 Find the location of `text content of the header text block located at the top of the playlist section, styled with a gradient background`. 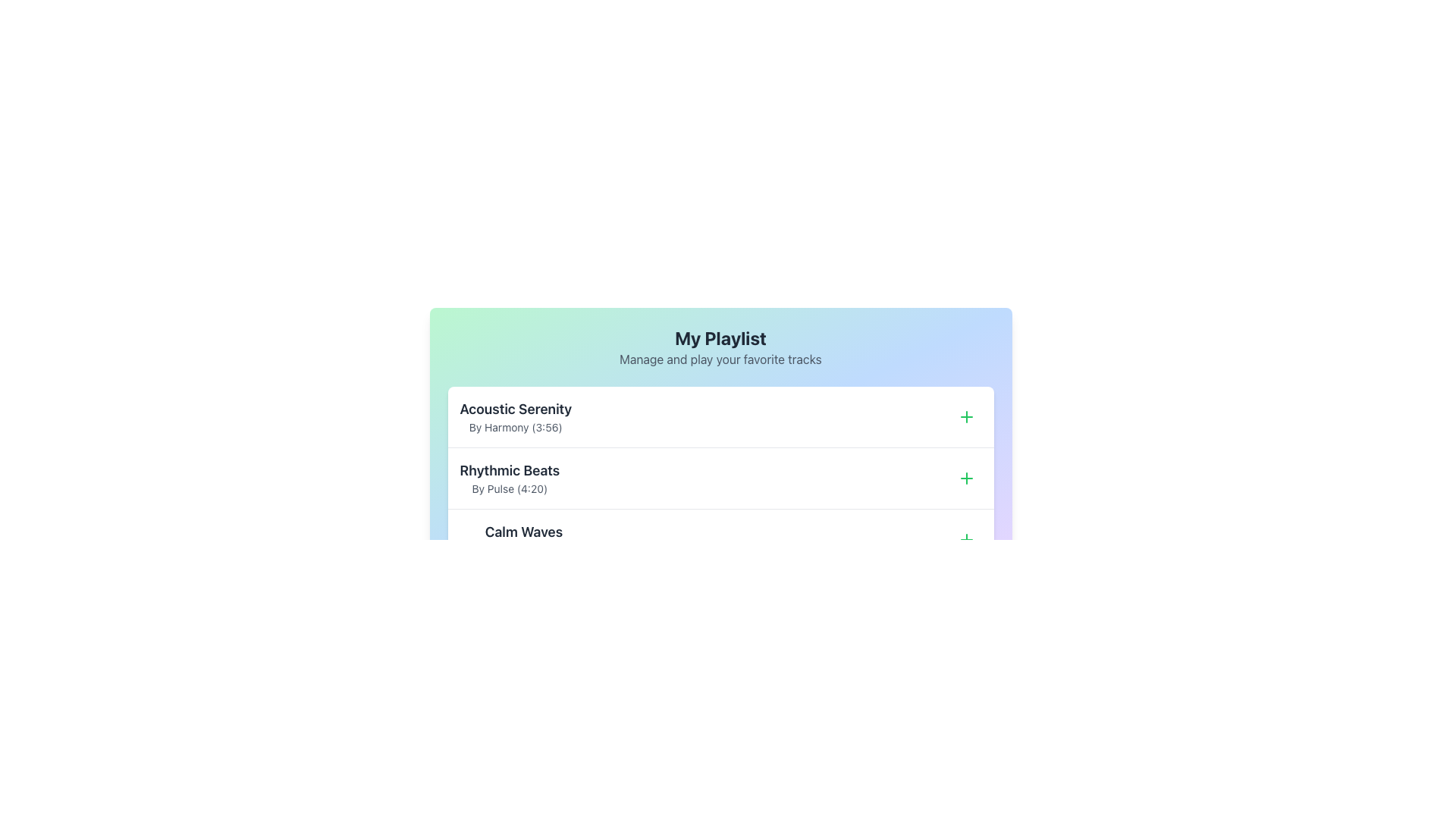

text content of the header text block located at the top of the playlist section, styled with a gradient background is located at coordinates (720, 347).